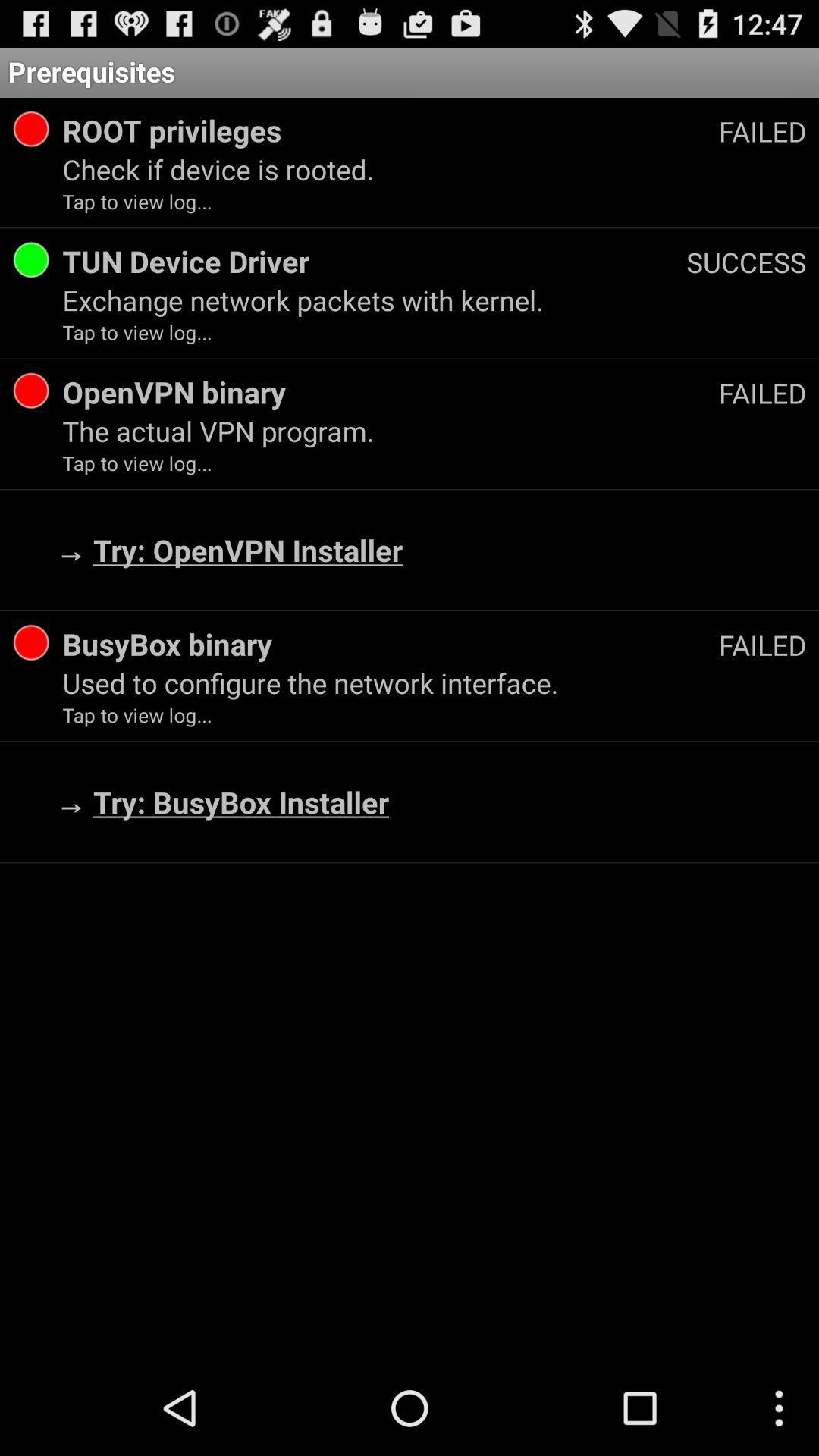  What do you see at coordinates (745, 262) in the screenshot?
I see `item below check if device app` at bounding box center [745, 262].